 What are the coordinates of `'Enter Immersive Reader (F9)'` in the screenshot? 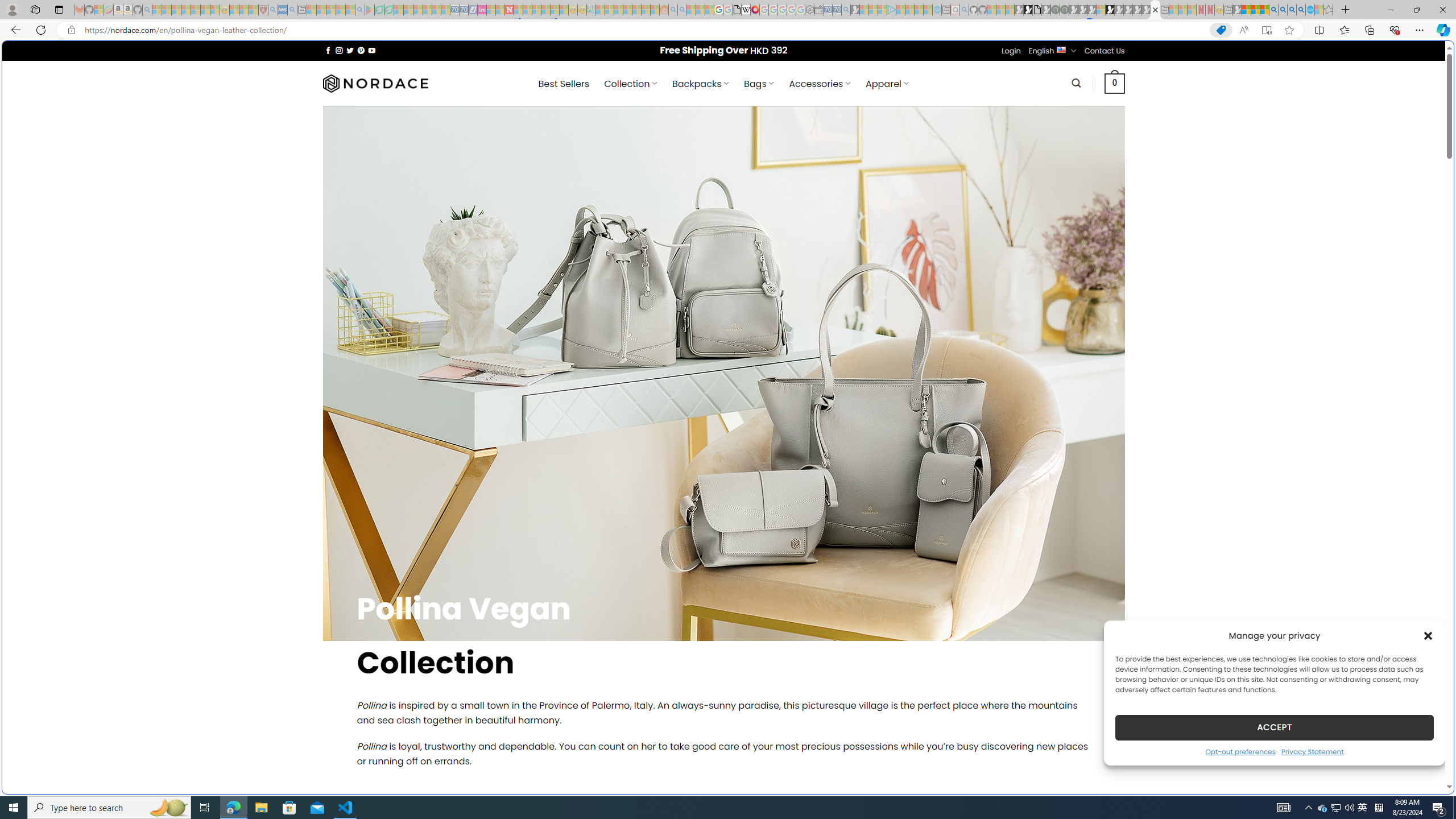 It's located at (1266, 30).